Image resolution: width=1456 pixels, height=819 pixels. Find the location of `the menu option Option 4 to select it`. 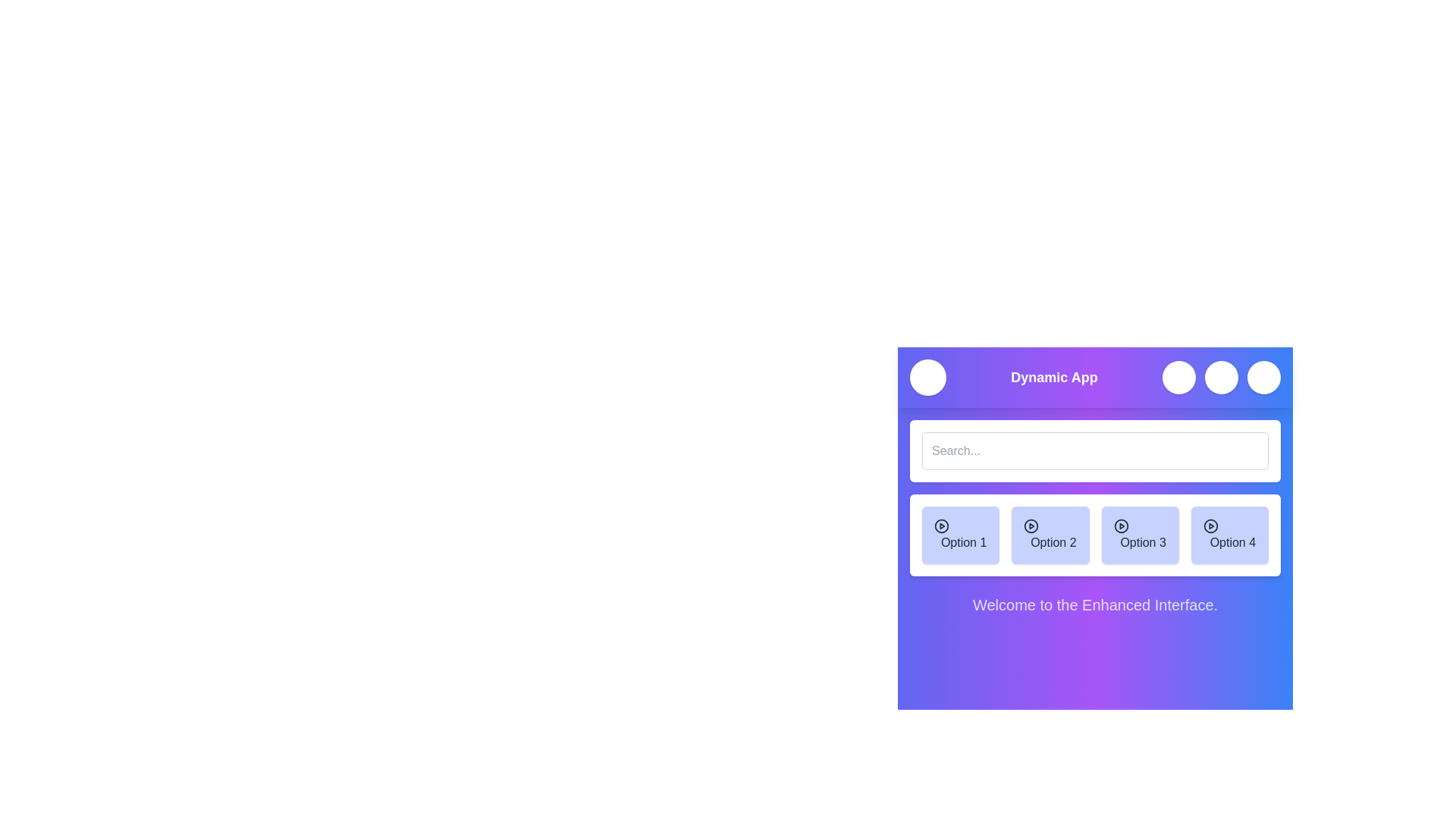

the menu option Option 4 to select it is located at coordinates (1229, 534).